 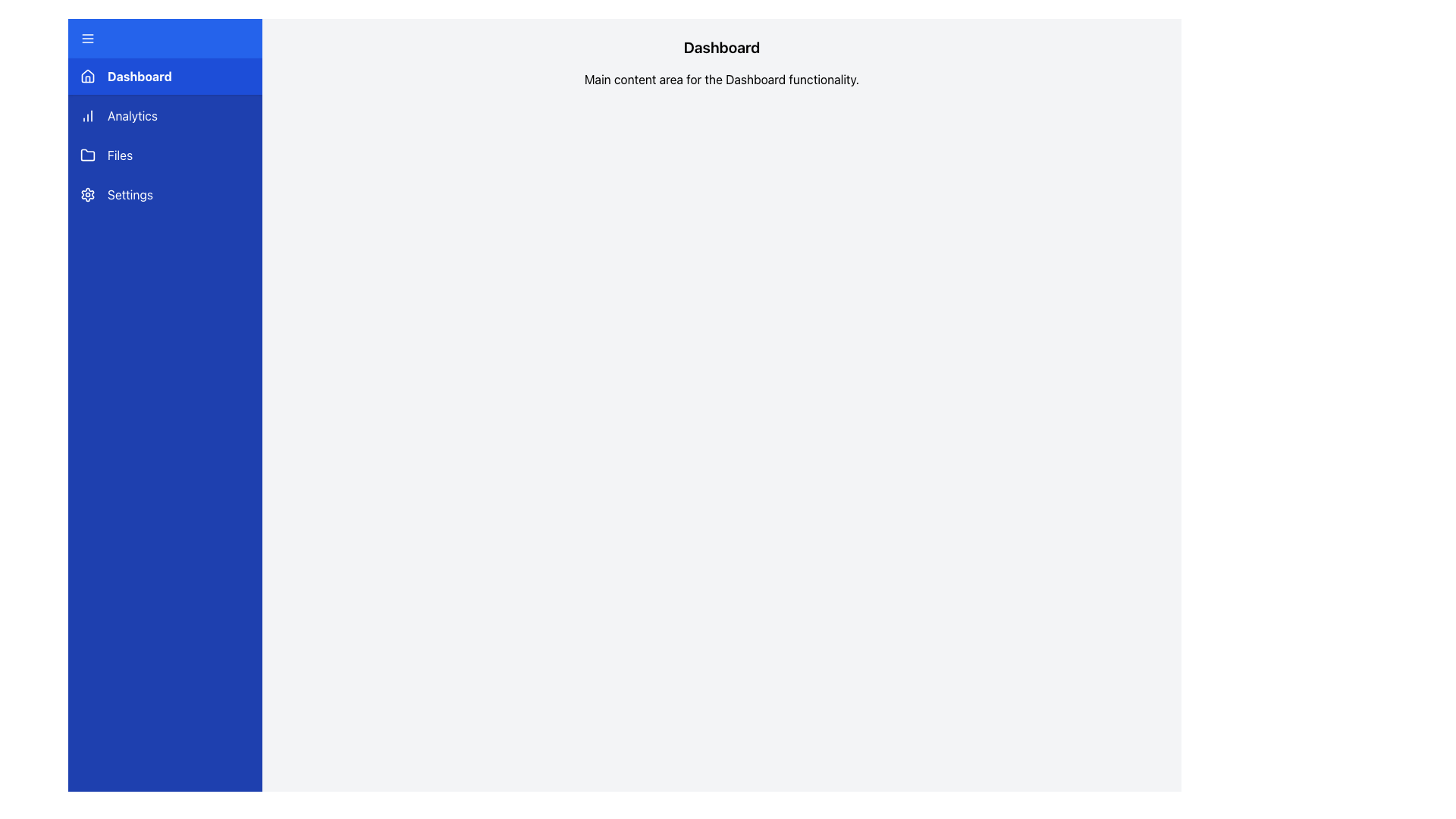 What do you see at coordinates (86, 194) in the screenshot?
I see `the gear-shaped icon in the Settings menu` at bounding box center [86, 194].